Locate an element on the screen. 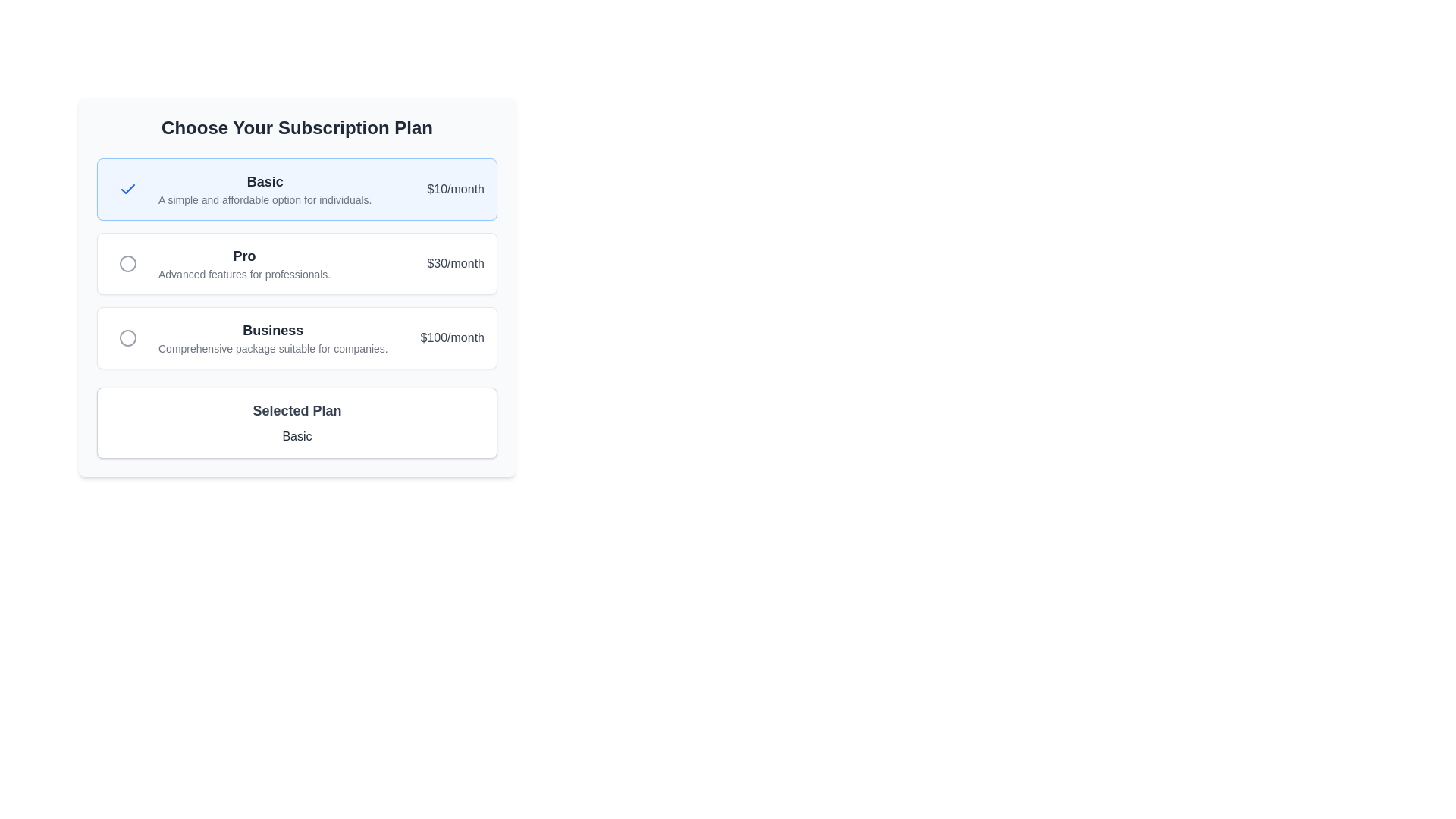  text label that displays 'A simple and affordable option for individuals.' located under the 'Basic' plan title in the subscription selection layout is located at coordinates (265, 199).